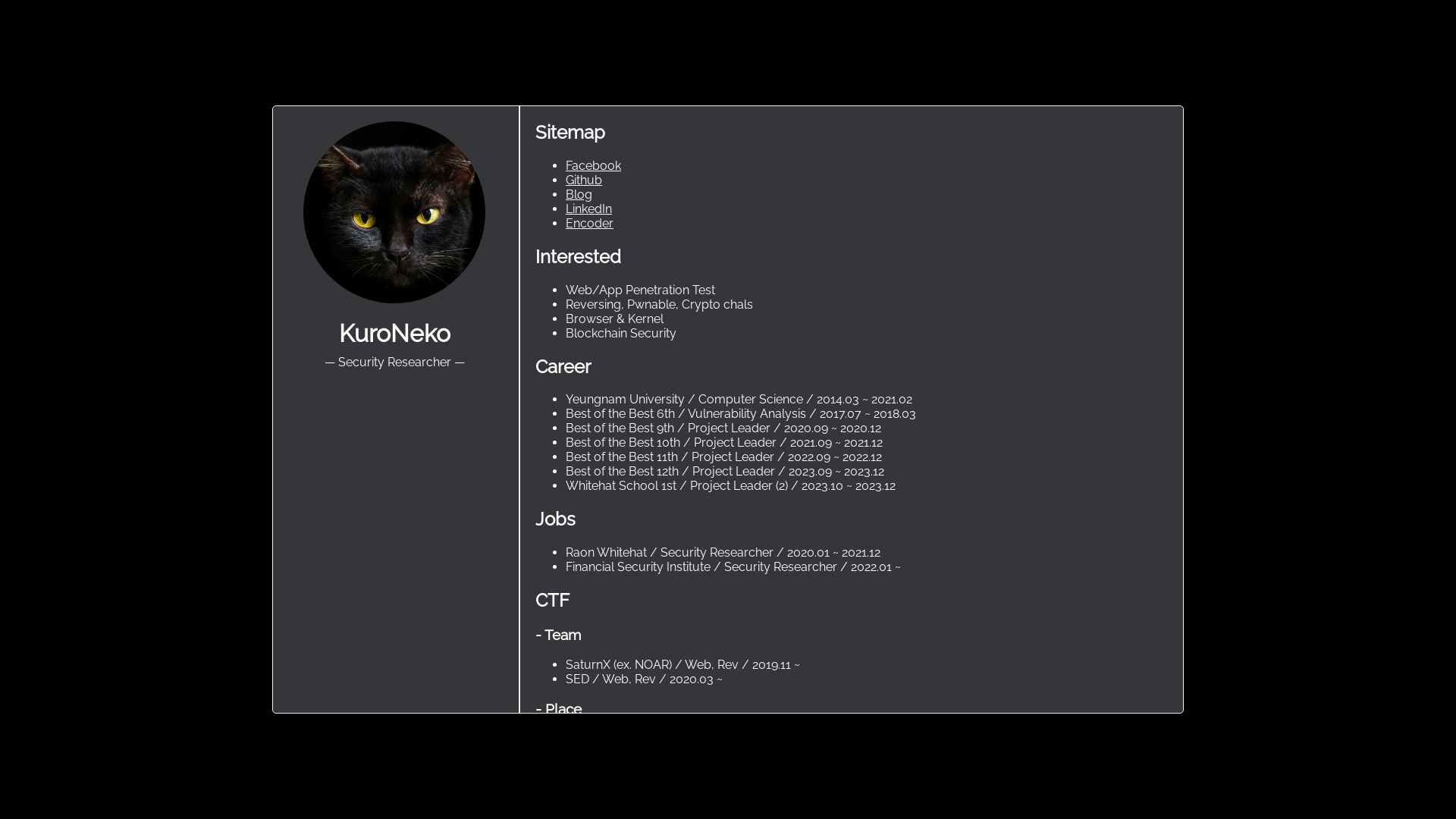  Describe the element at coordinates (588, 223) in the screenshot. I see `'Encoder'` at that location.